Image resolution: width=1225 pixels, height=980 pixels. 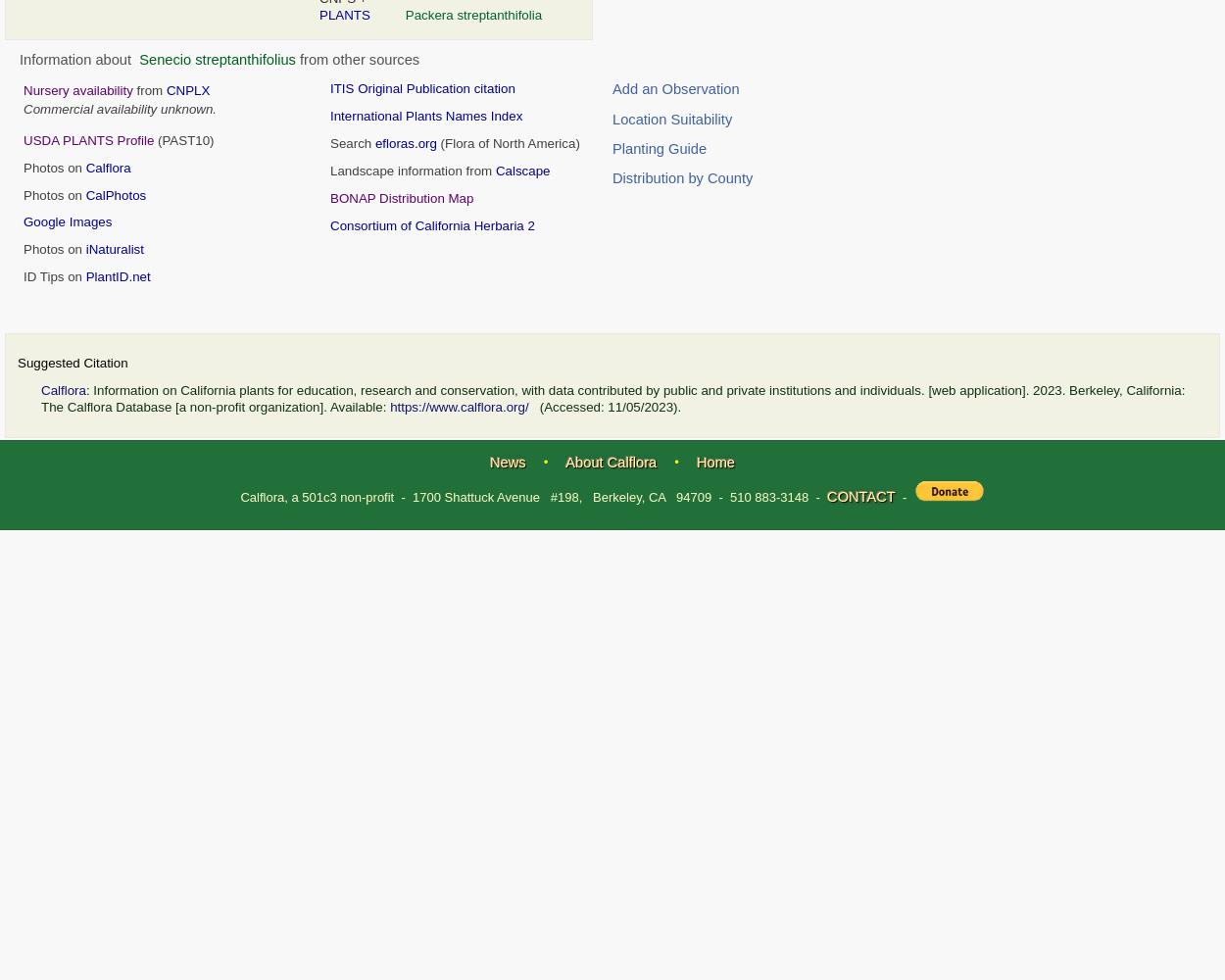 What do you see at coordinates (343, 14) in the screenshot?
I see `'PLANTS'` at bounding box center [343, 14].